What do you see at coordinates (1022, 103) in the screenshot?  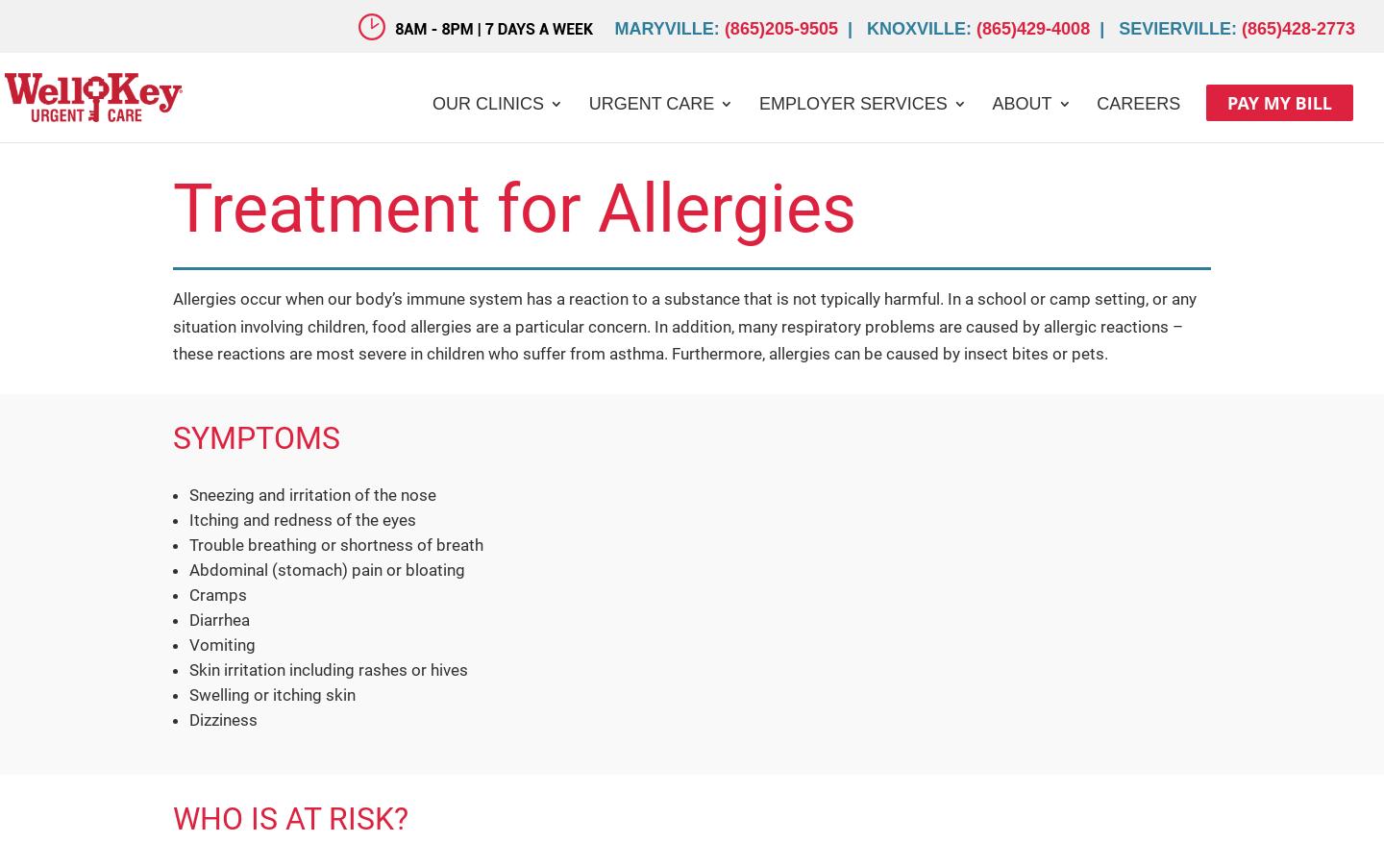 I see `'About'` at bounding box center [1022, 103].